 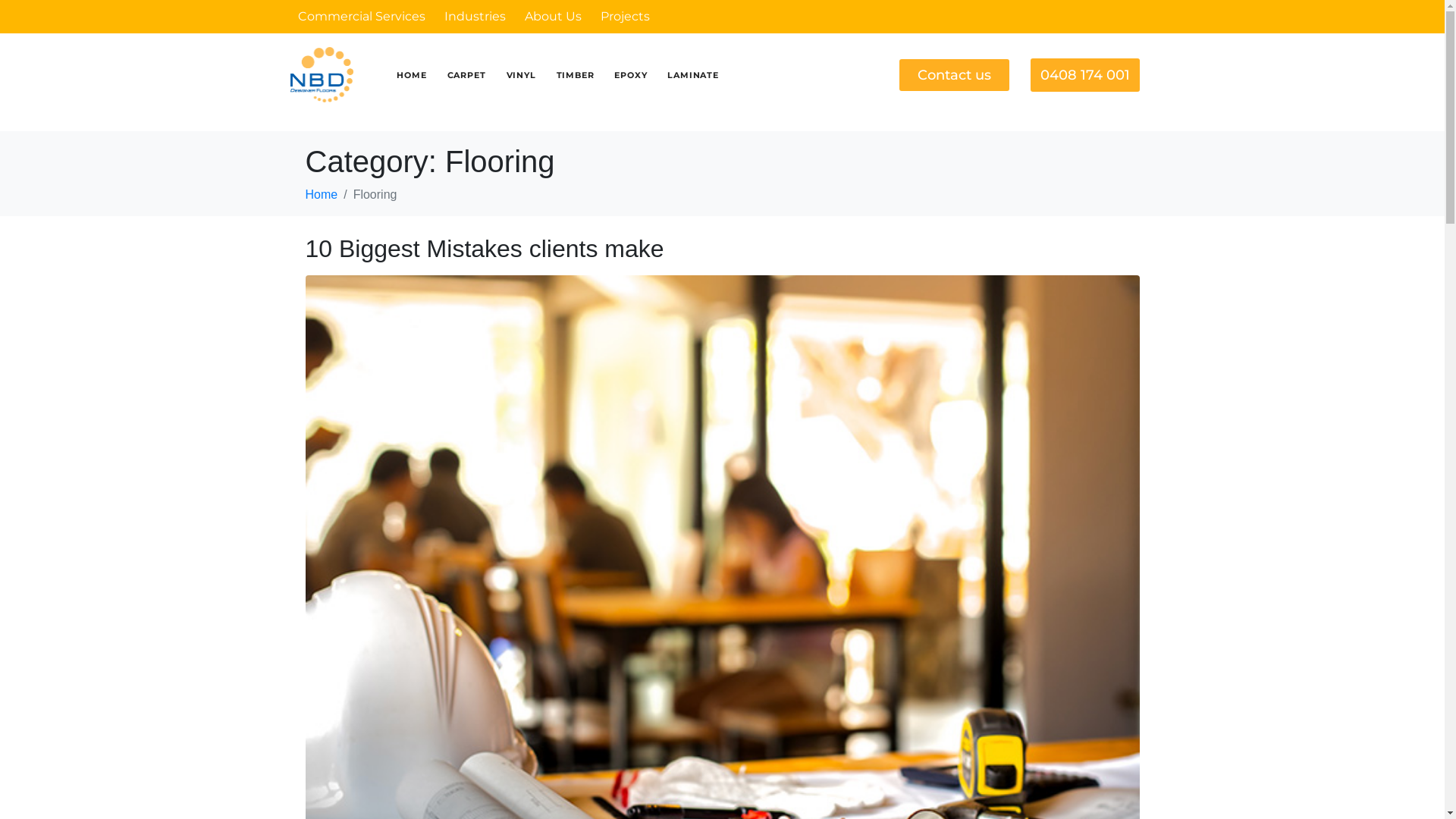 What do you see at coordinates (521, 75) in the screenshot?
I see `'VINYL'` at bounding box center [521, 75].